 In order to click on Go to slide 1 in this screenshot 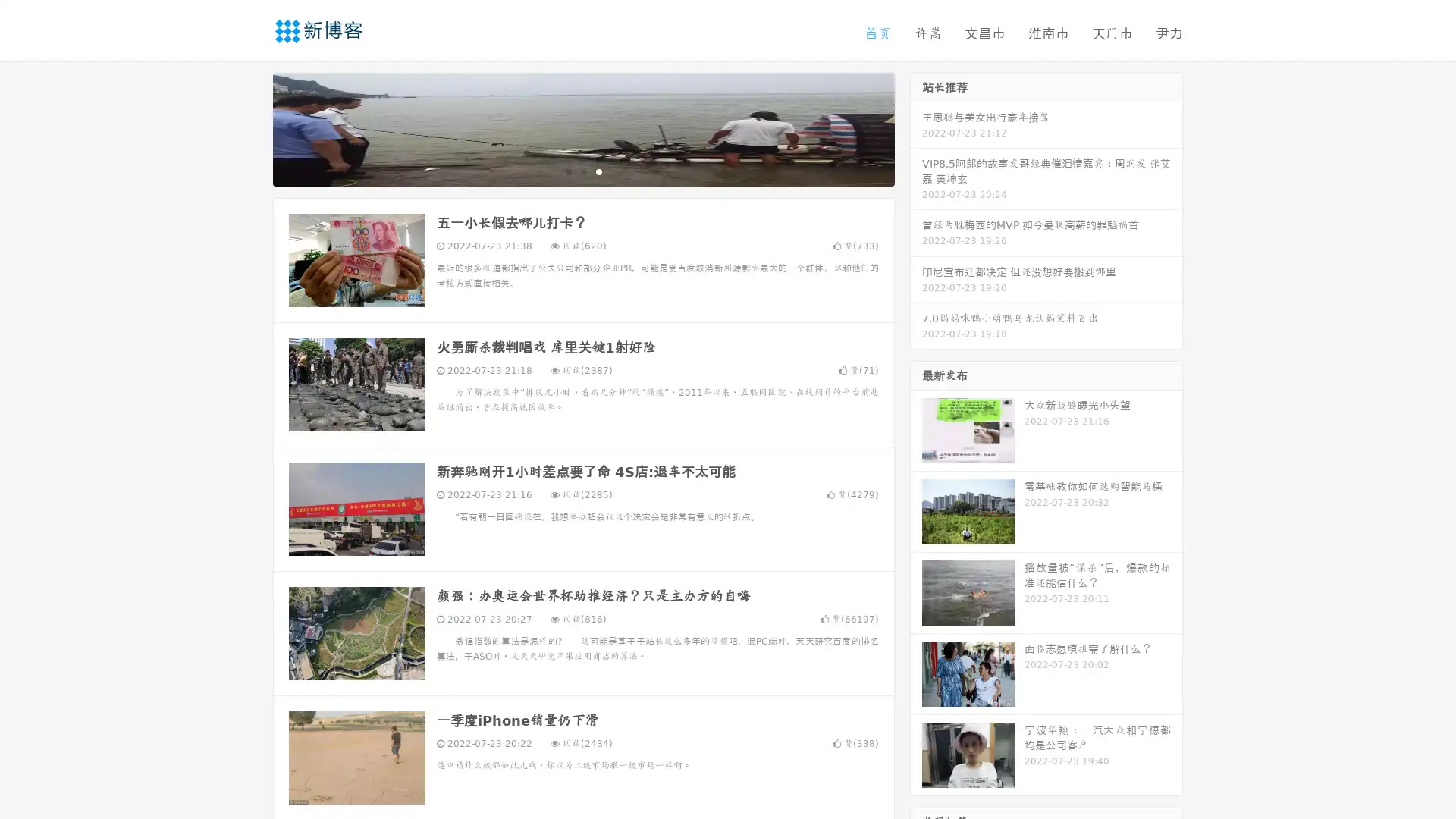, I will do `click(567, 171)`.